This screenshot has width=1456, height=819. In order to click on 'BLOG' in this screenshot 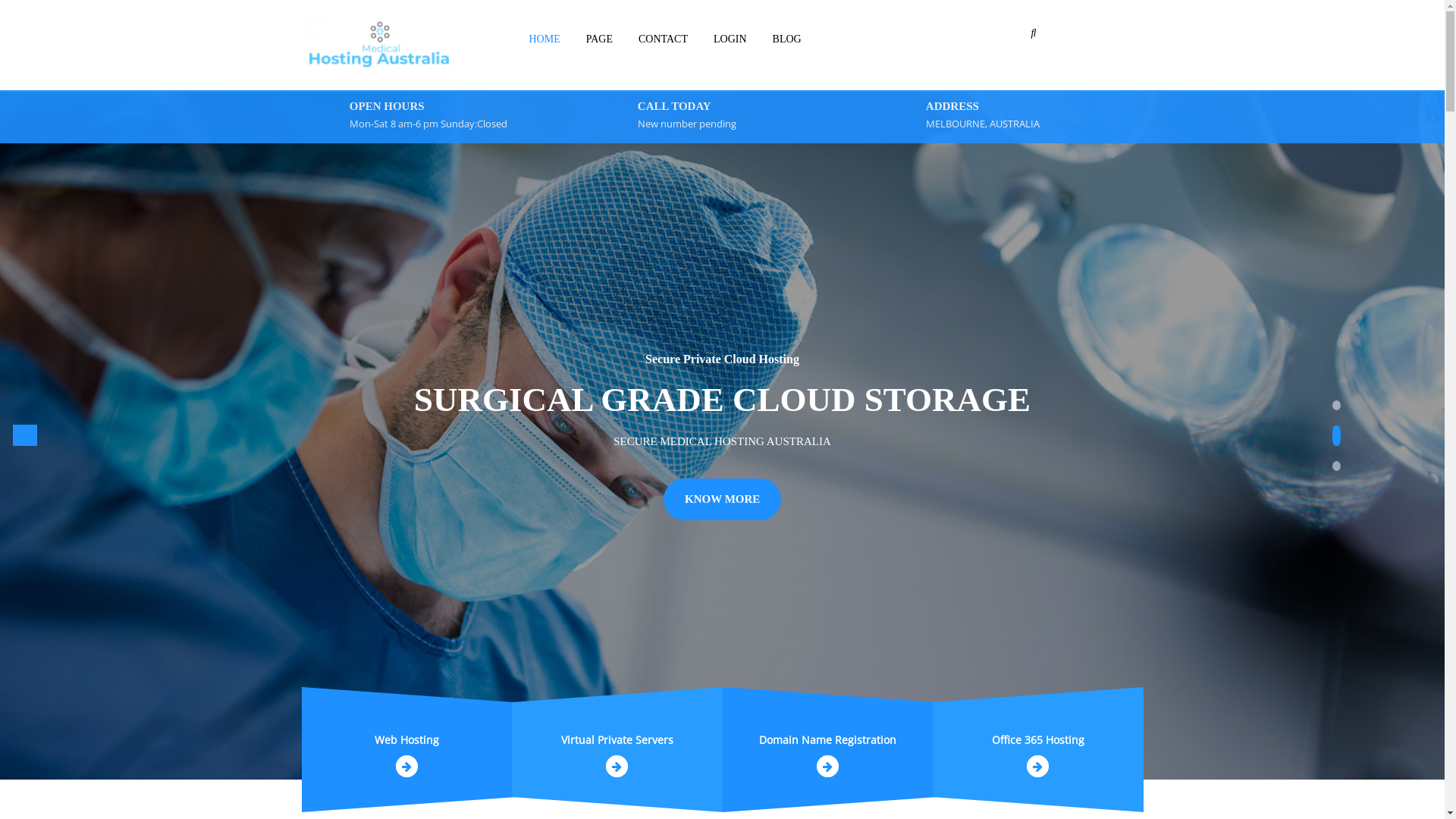, I will do `click(786, 38)`.